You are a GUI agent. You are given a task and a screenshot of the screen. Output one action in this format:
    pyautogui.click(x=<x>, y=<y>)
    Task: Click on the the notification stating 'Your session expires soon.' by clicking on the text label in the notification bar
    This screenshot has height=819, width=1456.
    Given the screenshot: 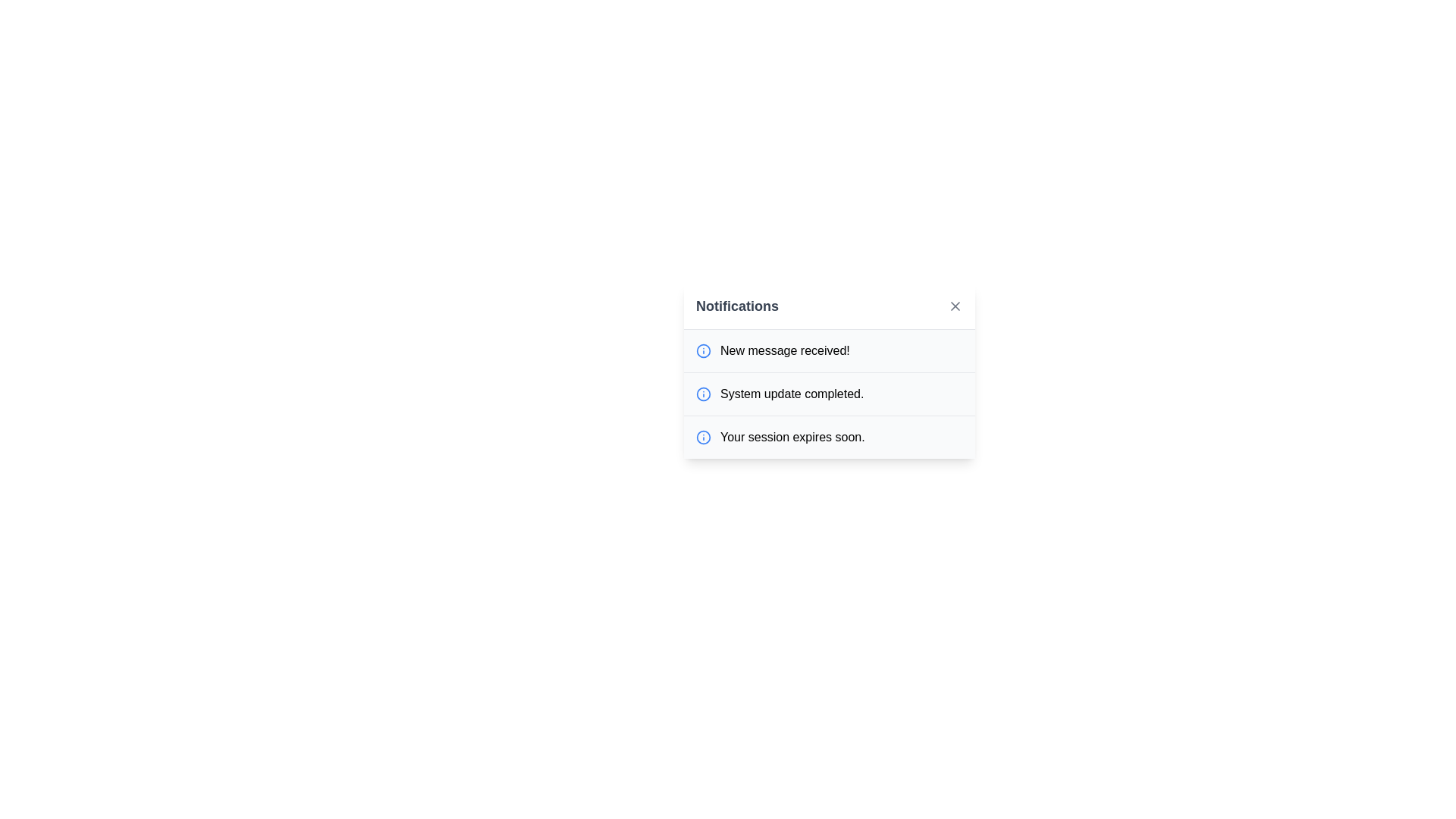 What is the action you would take?
    pyautogui.click(x=780, y=438)
    